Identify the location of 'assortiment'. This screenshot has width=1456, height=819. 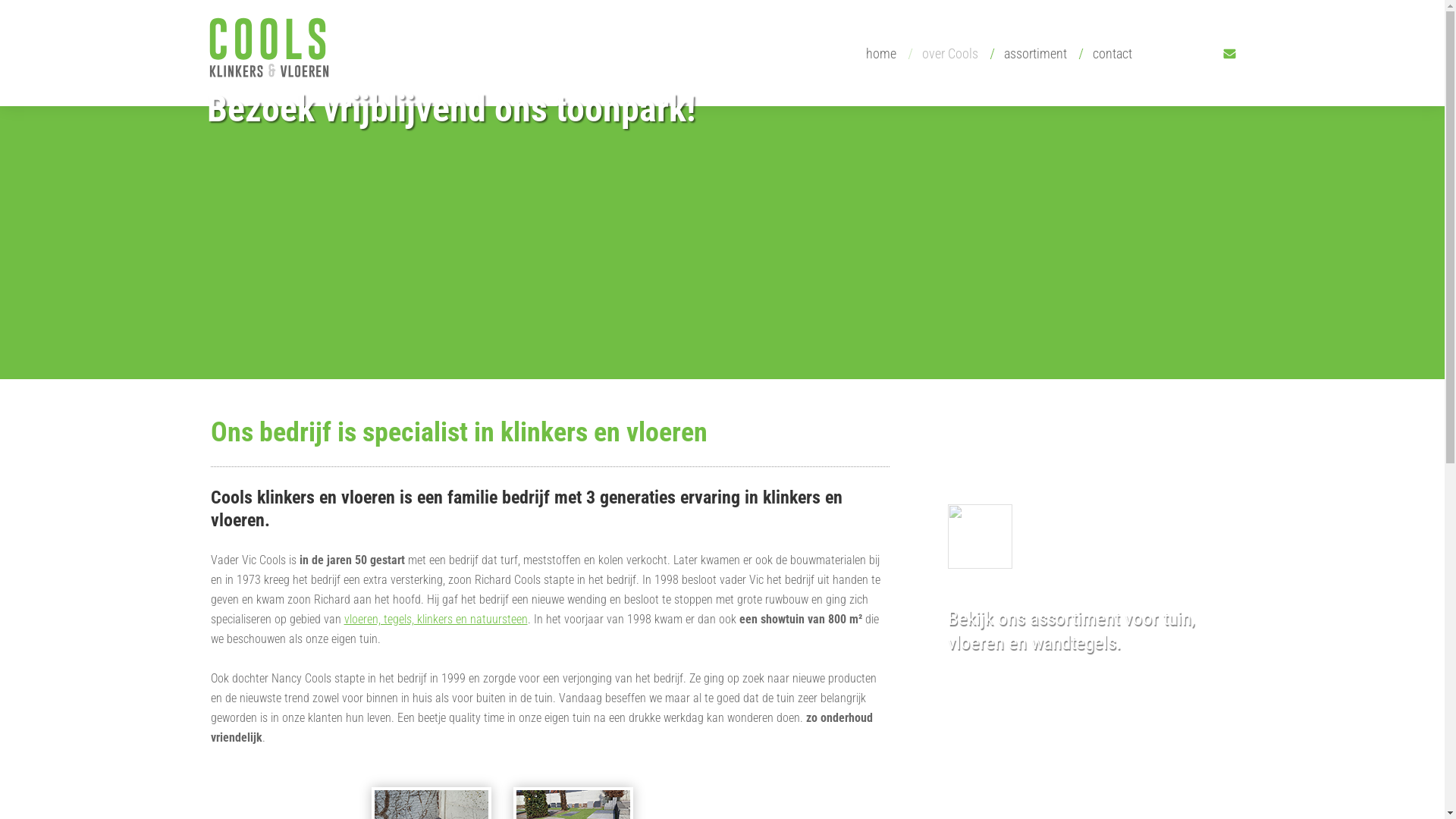
(1031, 52).